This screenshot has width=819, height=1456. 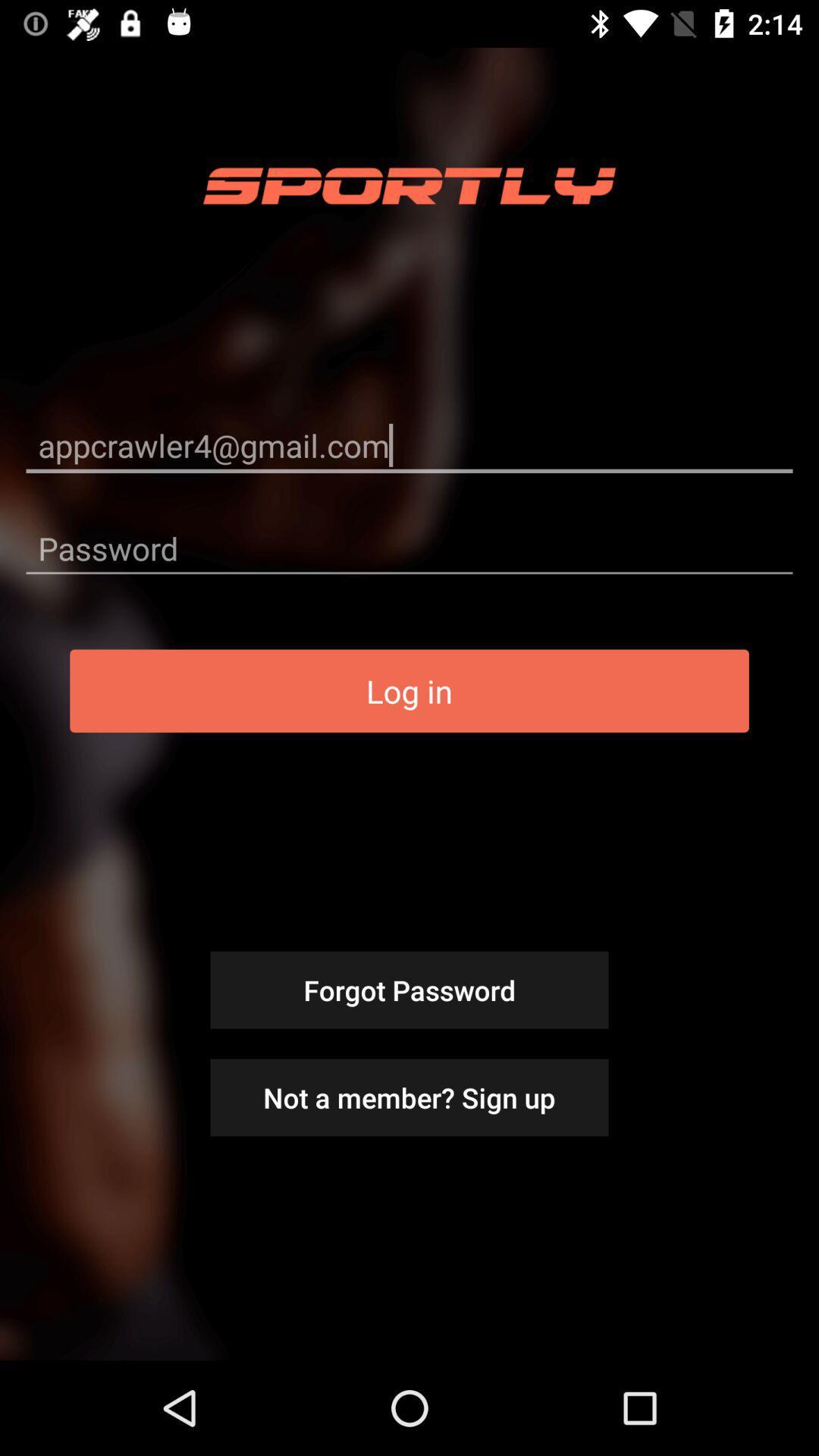 What do you see at coordinates (409, 1097) in the screenshot?
I see `not a member item` at bounding box center [409, 1097].